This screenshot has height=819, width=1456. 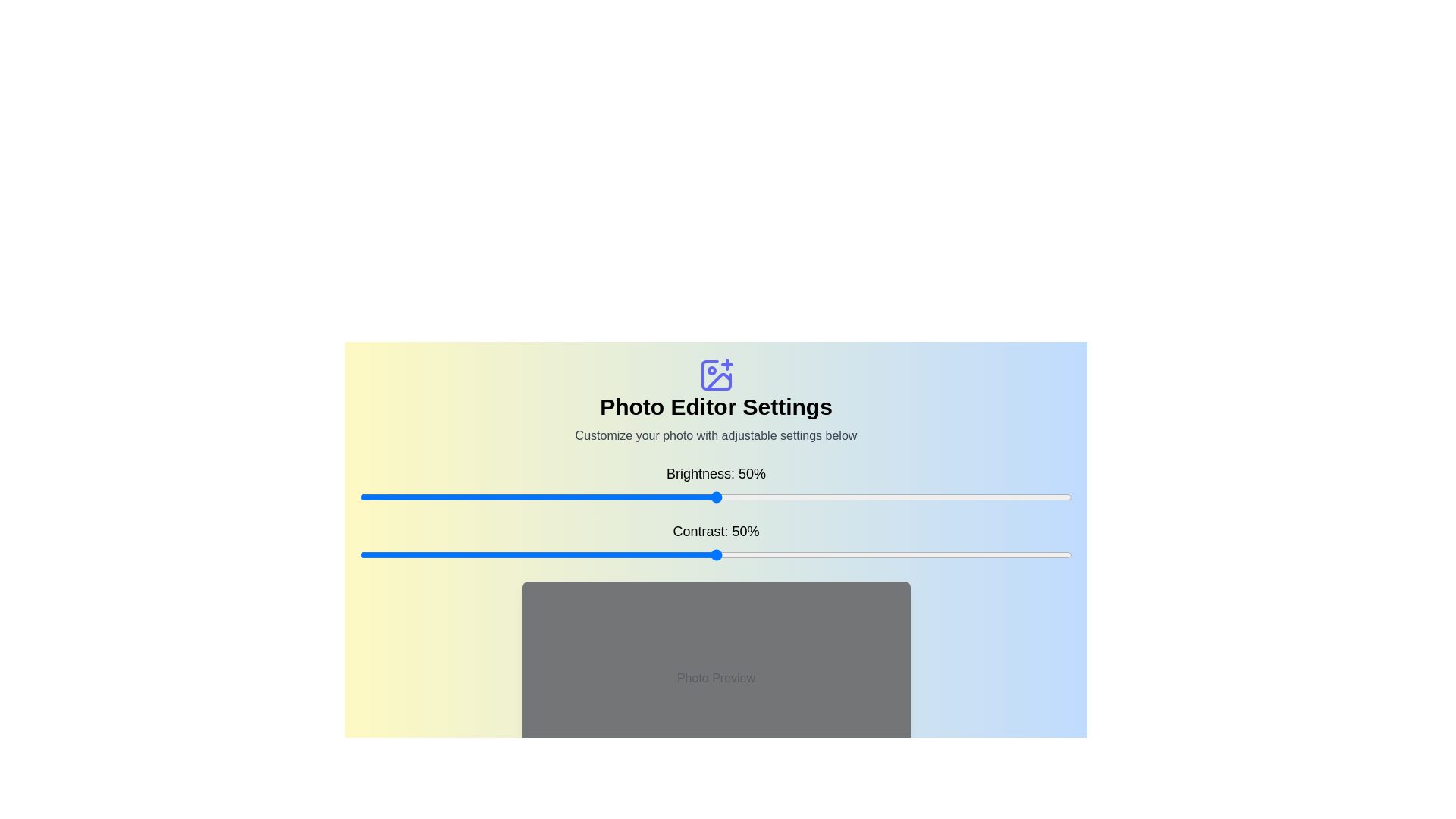 I want to click on the brightness slider to 93%, so click(x=1022, y=497).